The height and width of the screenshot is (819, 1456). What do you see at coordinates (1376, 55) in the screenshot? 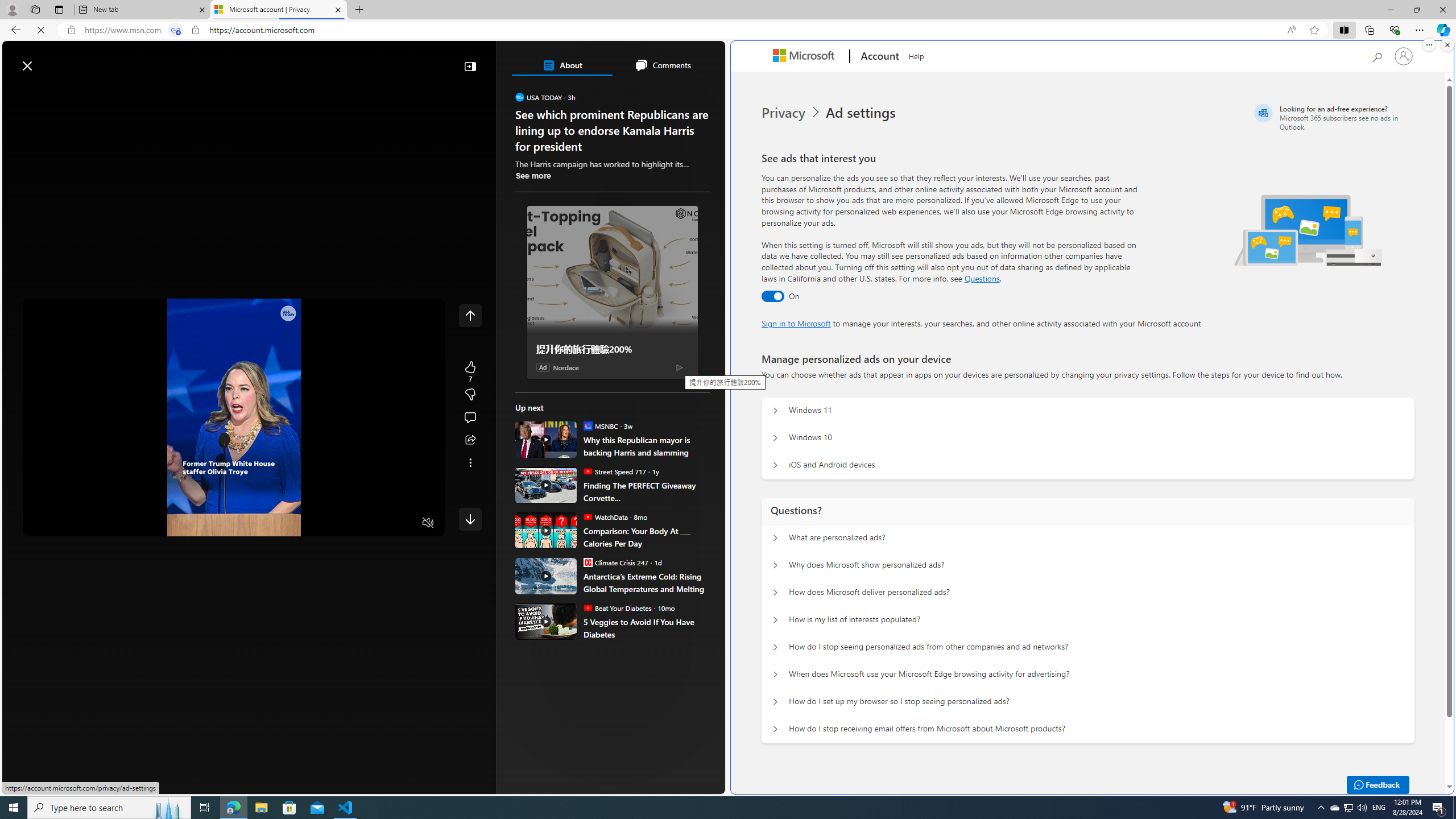
I see `'Search Microsoft.com'` at bounding box center [1376, 55].